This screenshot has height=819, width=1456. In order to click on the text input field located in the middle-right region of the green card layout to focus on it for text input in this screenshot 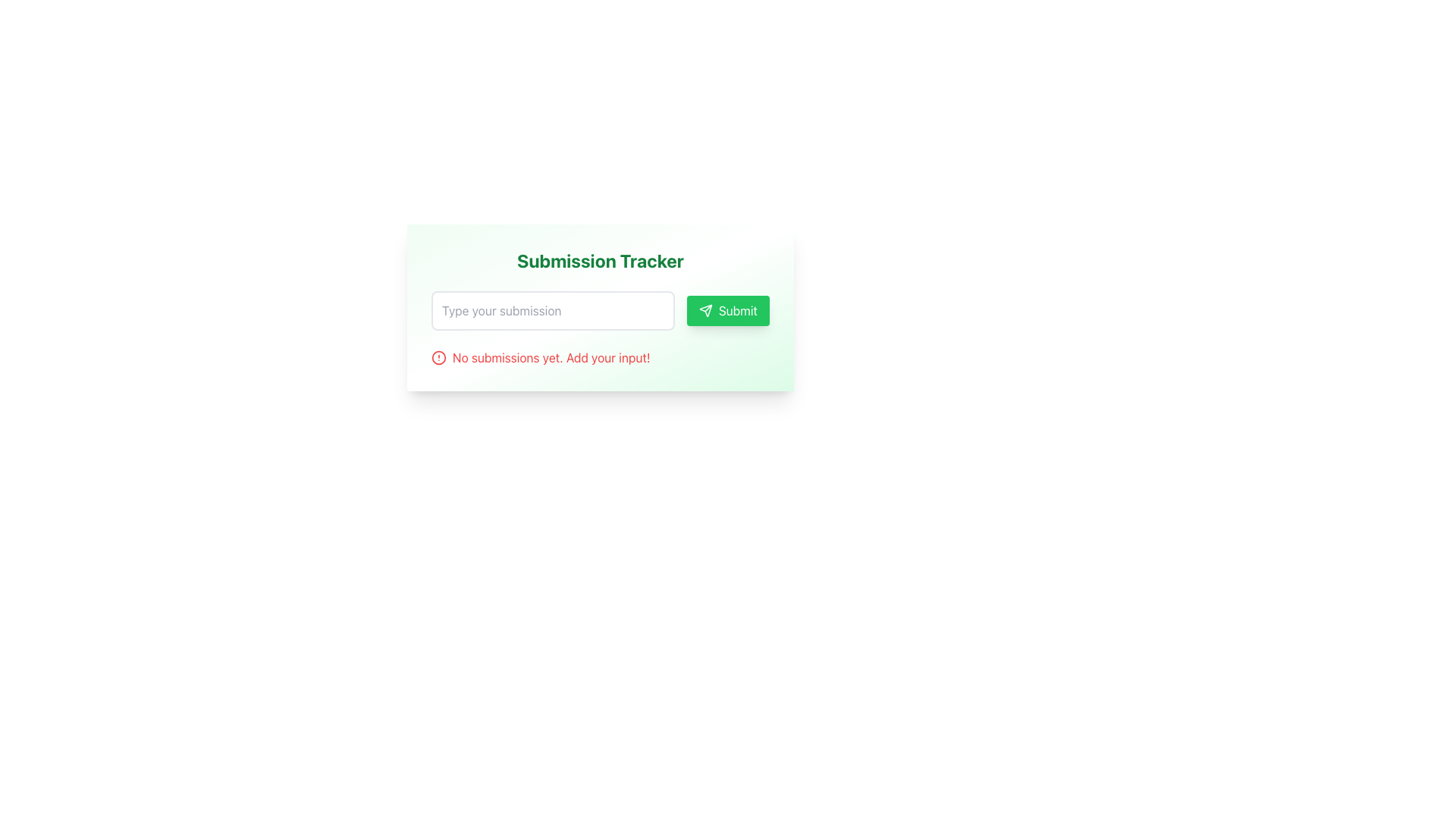, I will do `click(552, 309)`.